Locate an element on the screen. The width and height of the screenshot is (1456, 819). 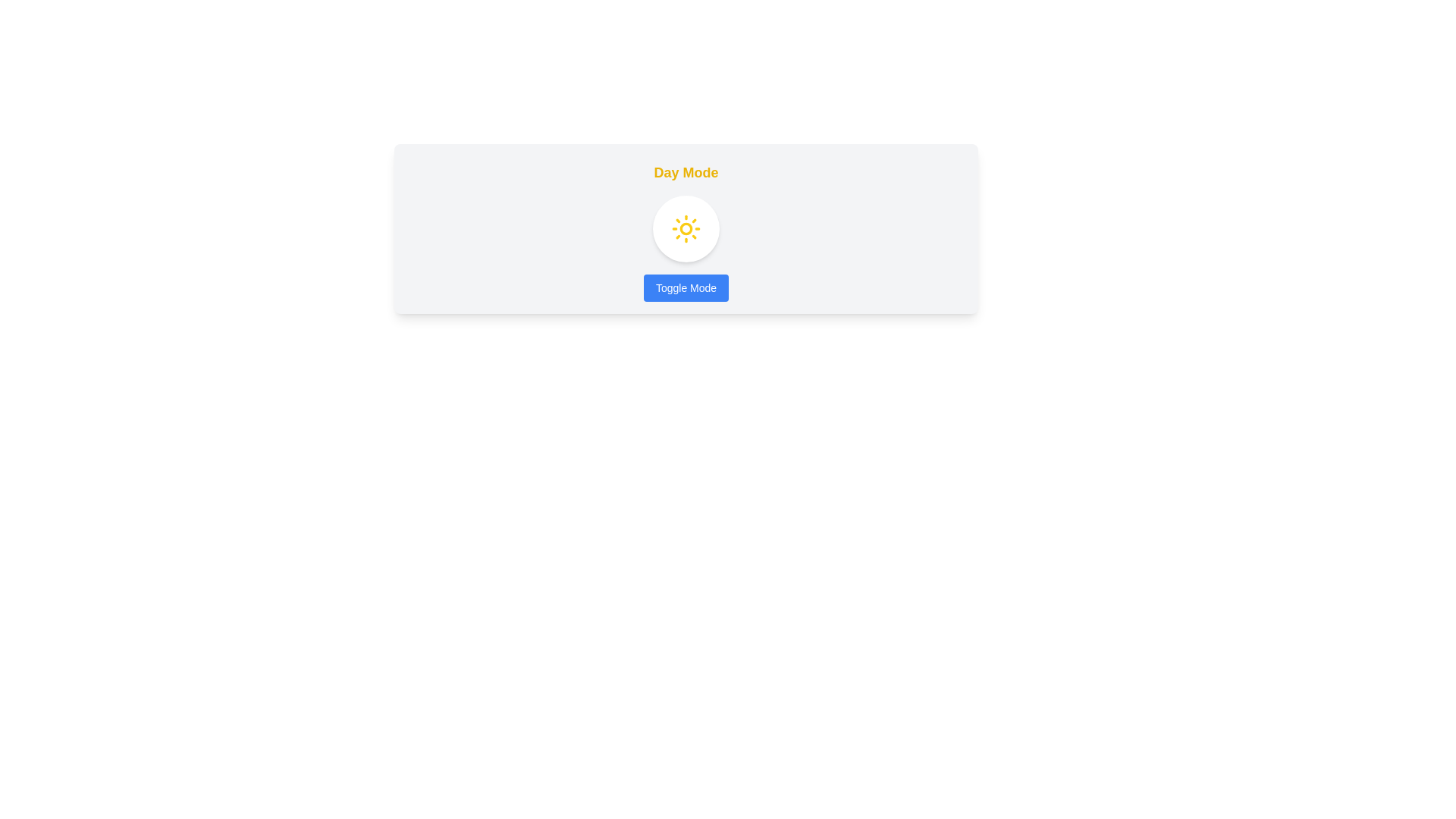
the yellow circular shape representing the core part of the sun icon, which is centrally located within the upper visual panel of the page is located at coordinates (686, 228).